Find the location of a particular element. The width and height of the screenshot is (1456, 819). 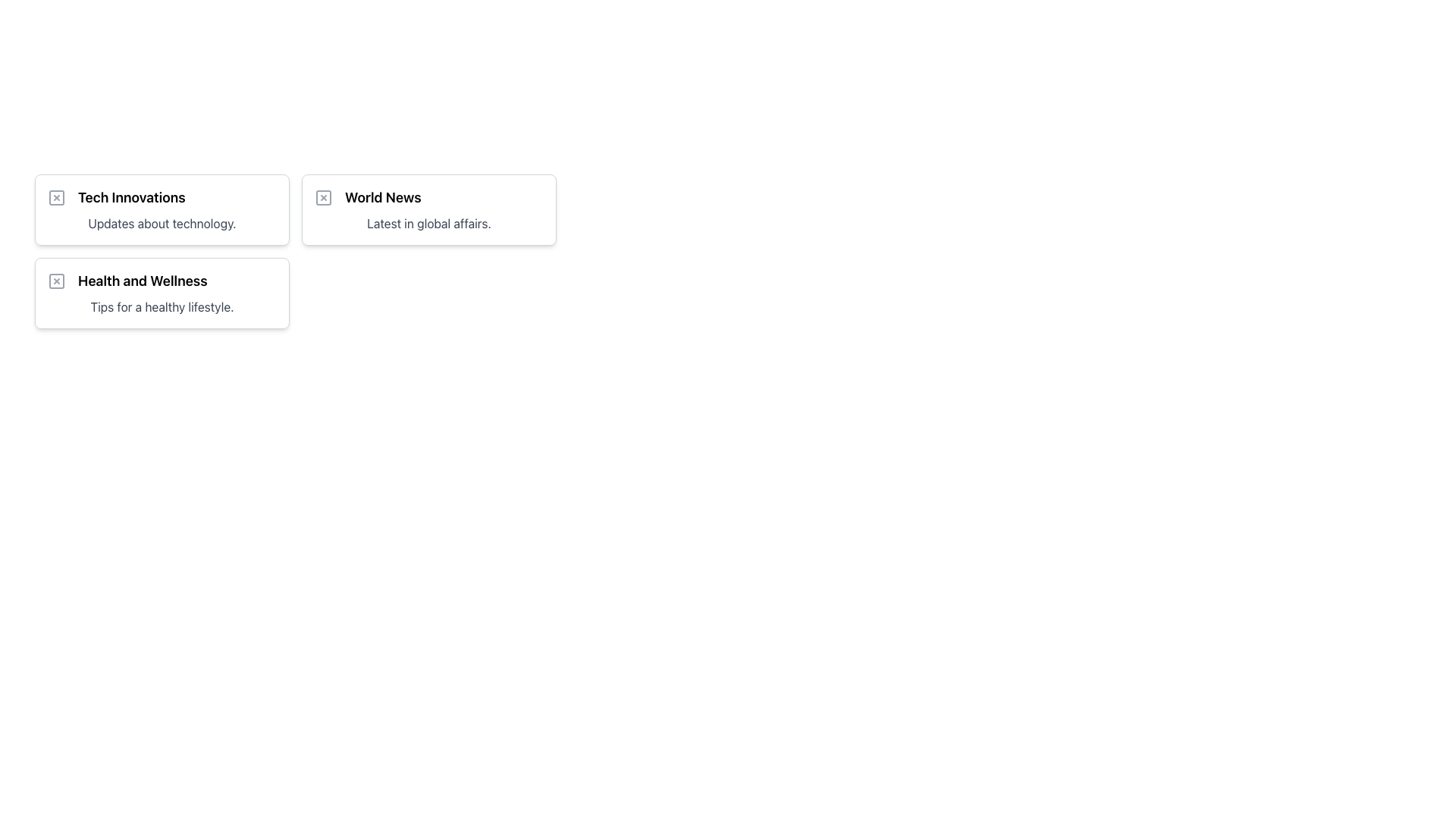

the dismiss icon button located to the left of the 'Tech Innovations' label is located at coordinates (57, 197).